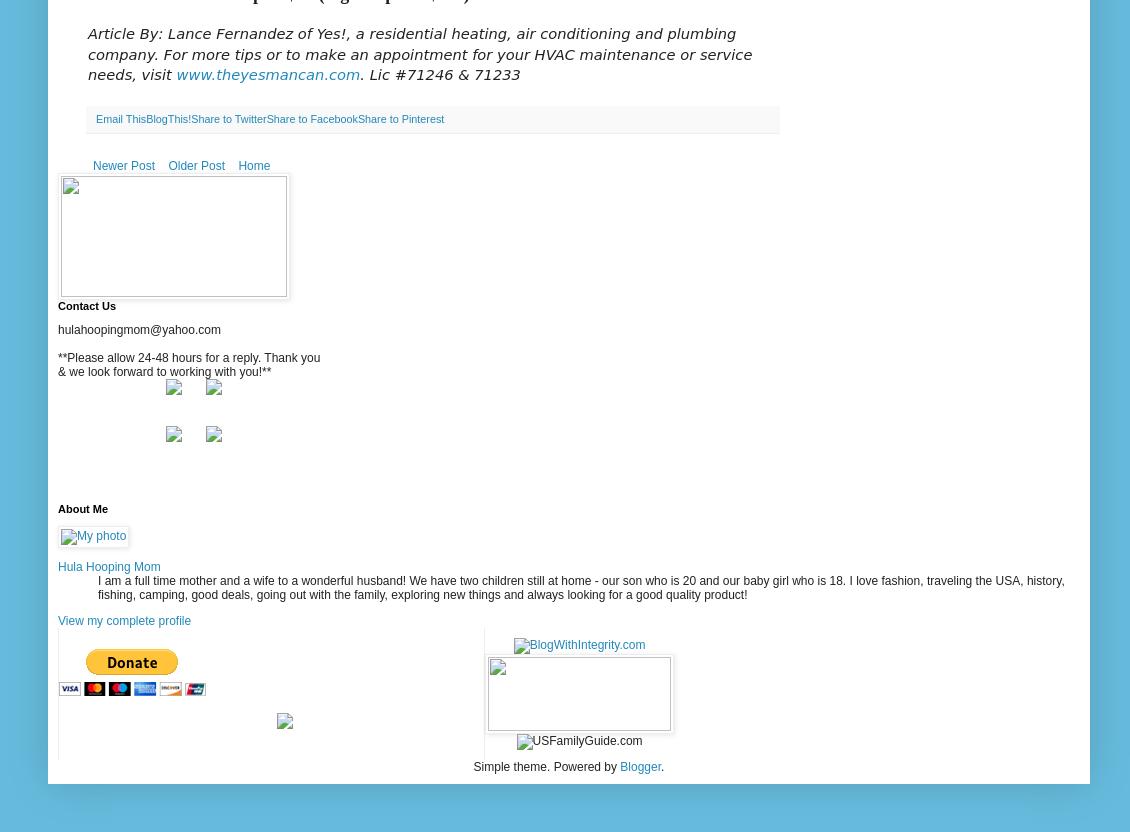  Describe the element at coordinates (270, 637) in the screenshot. I see `'Please consider supporting us along our journey!'` at that location.